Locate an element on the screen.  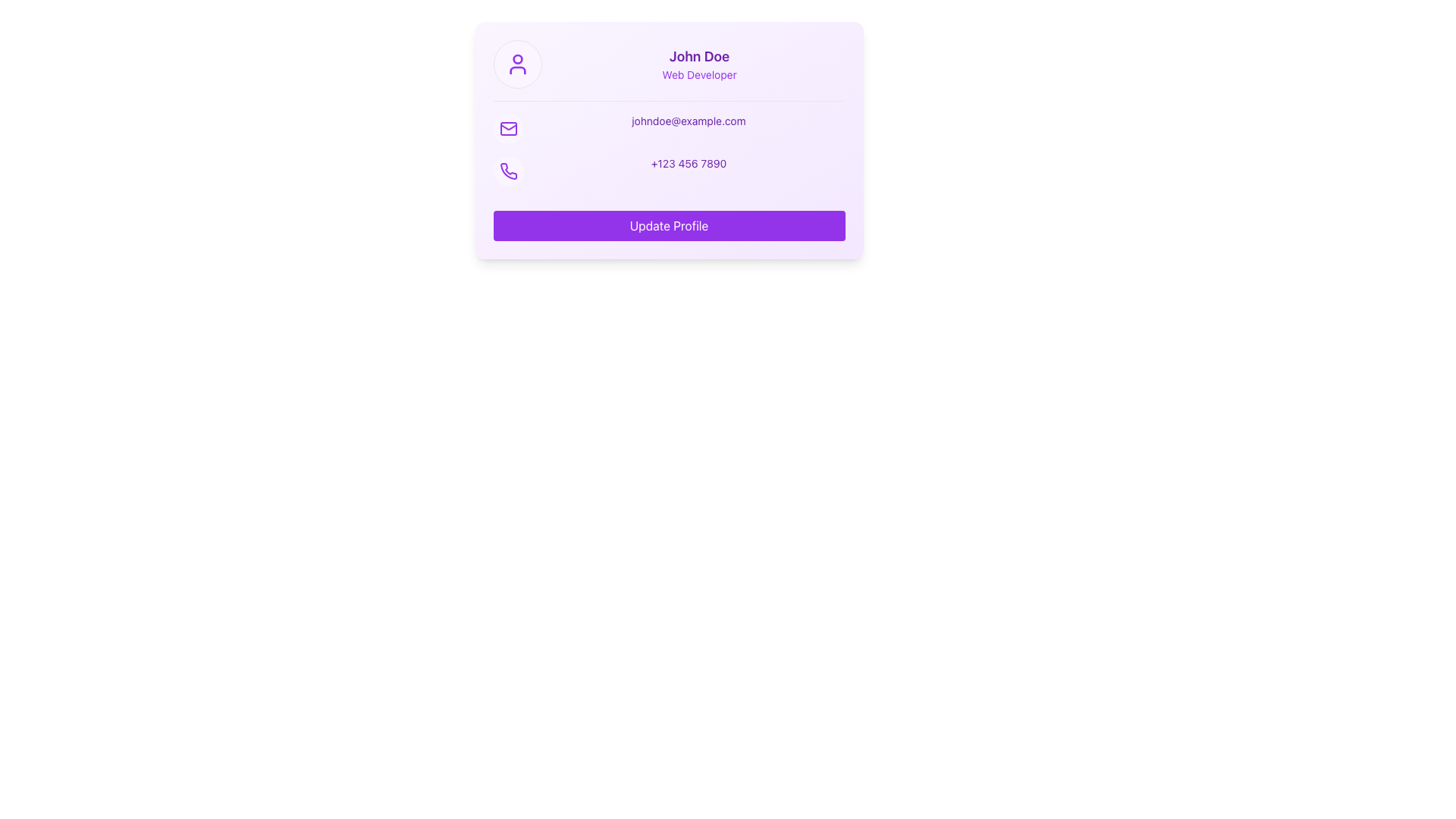
the profile update button located at the bottom of the user information card is located at coordinates (668, 225).